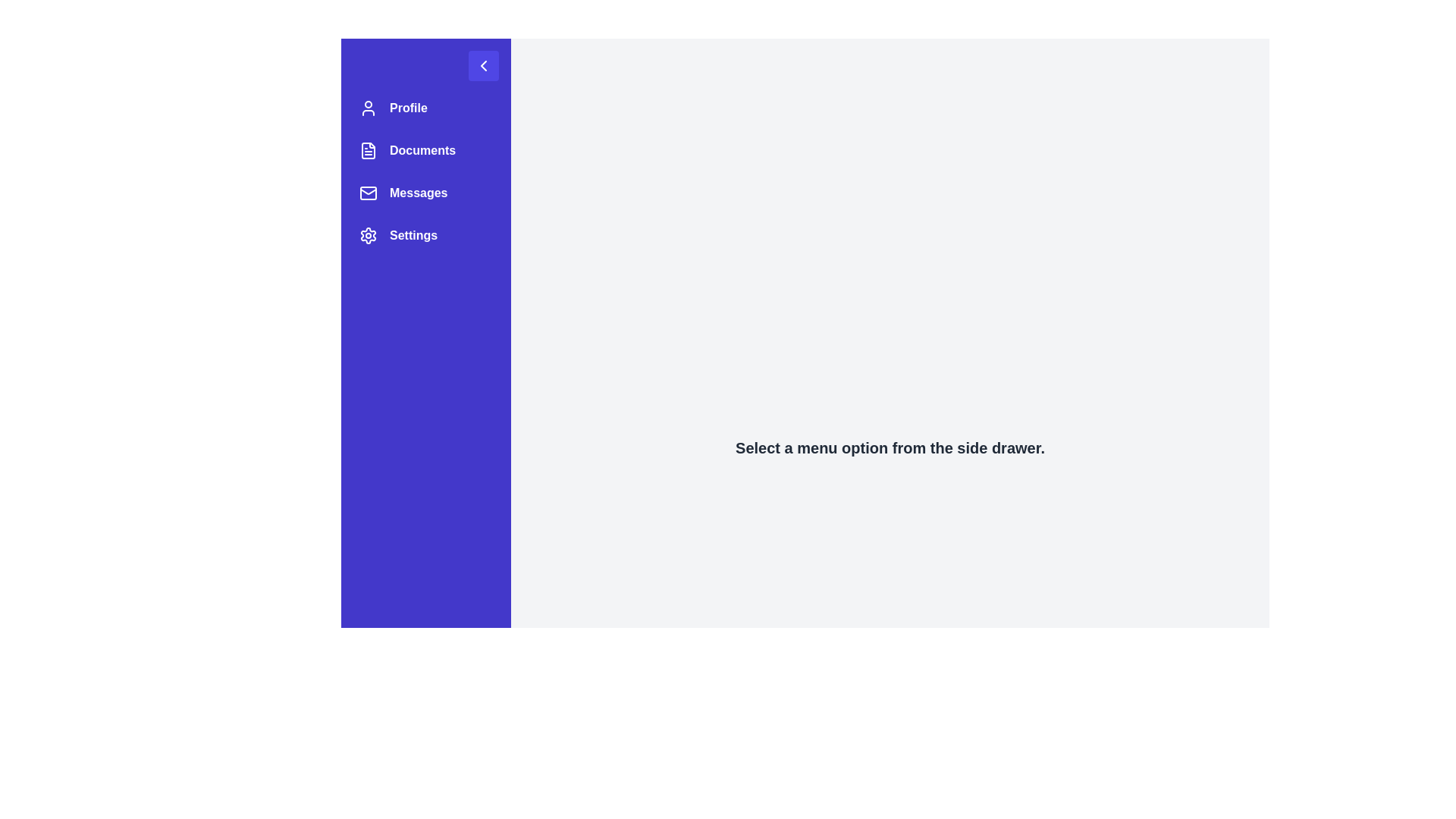 This screenshot has height=819, width=1456. What do you see at coordinates (422, 151) in the screenshot?
I see `the menu item labeled 'Documents' in the vertical navigation sidebar, positioned between 'Profile' and 'Messages'` at bounding box center [422, 151].